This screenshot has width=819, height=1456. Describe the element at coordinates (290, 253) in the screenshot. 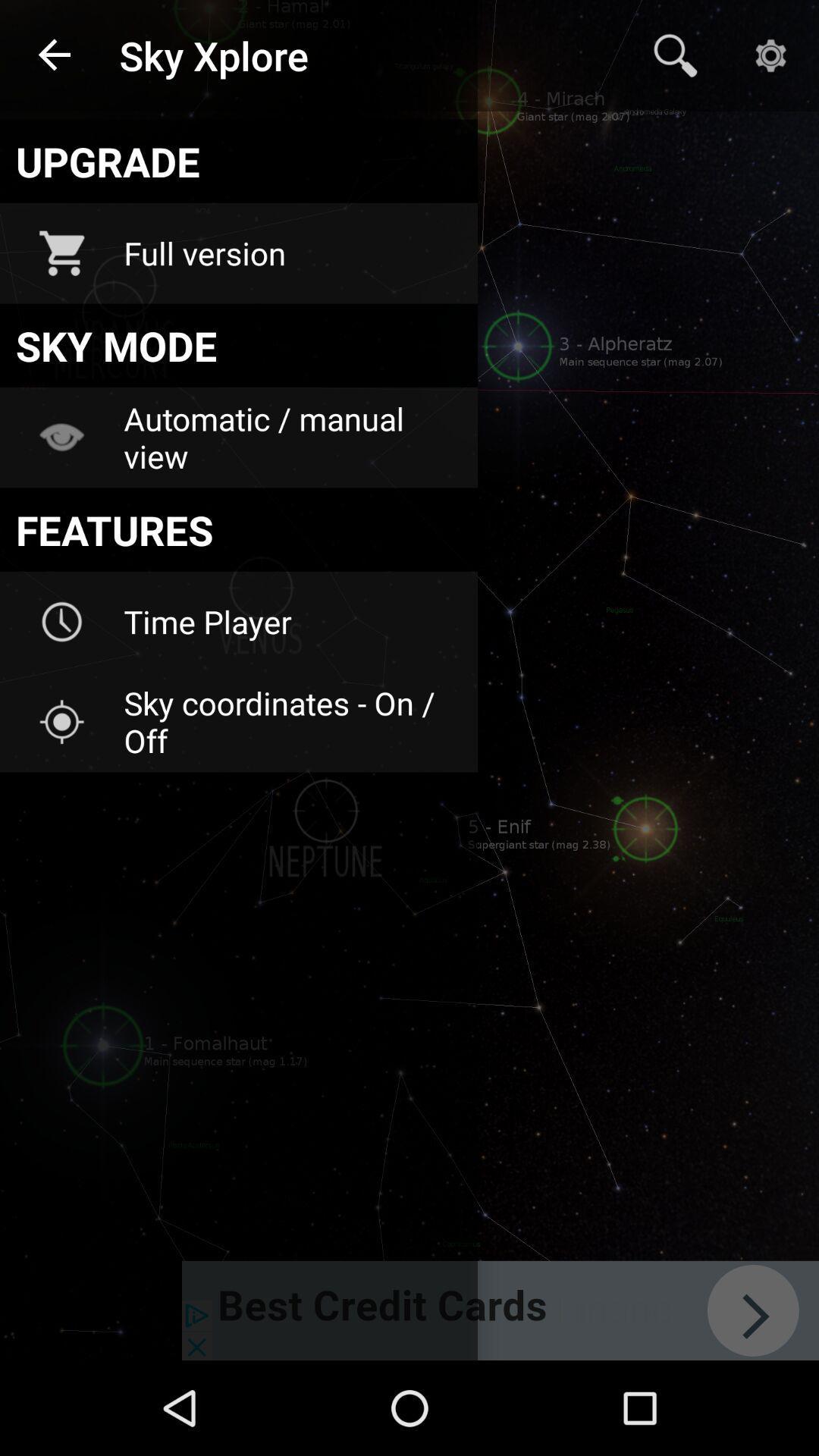

I see `the icon below upgrade icon` at that location.